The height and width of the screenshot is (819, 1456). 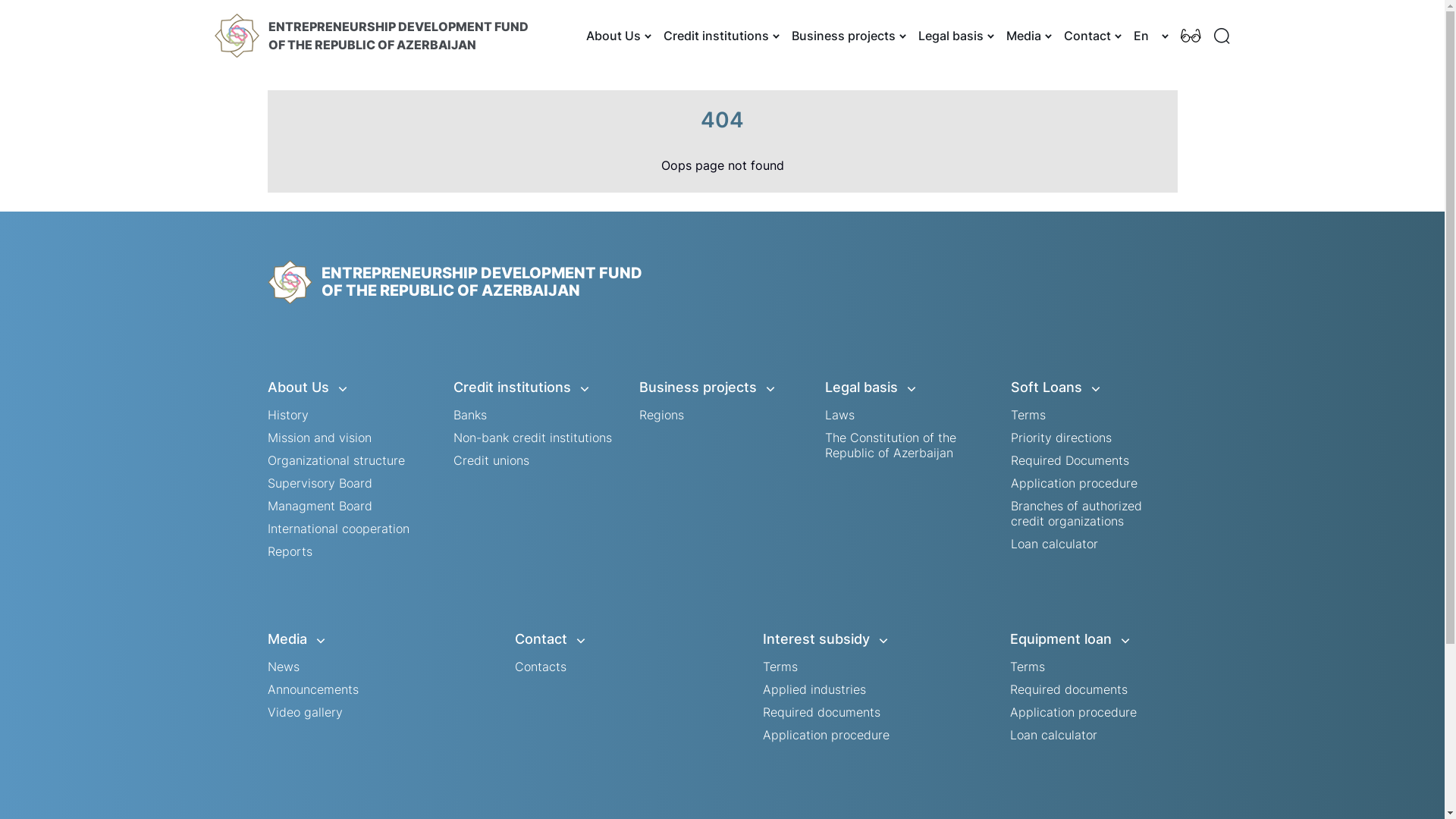 What do you see at coordinates (661, 415) in the screenshot?
I see `'Regions'` at bounding box center [661, 415].